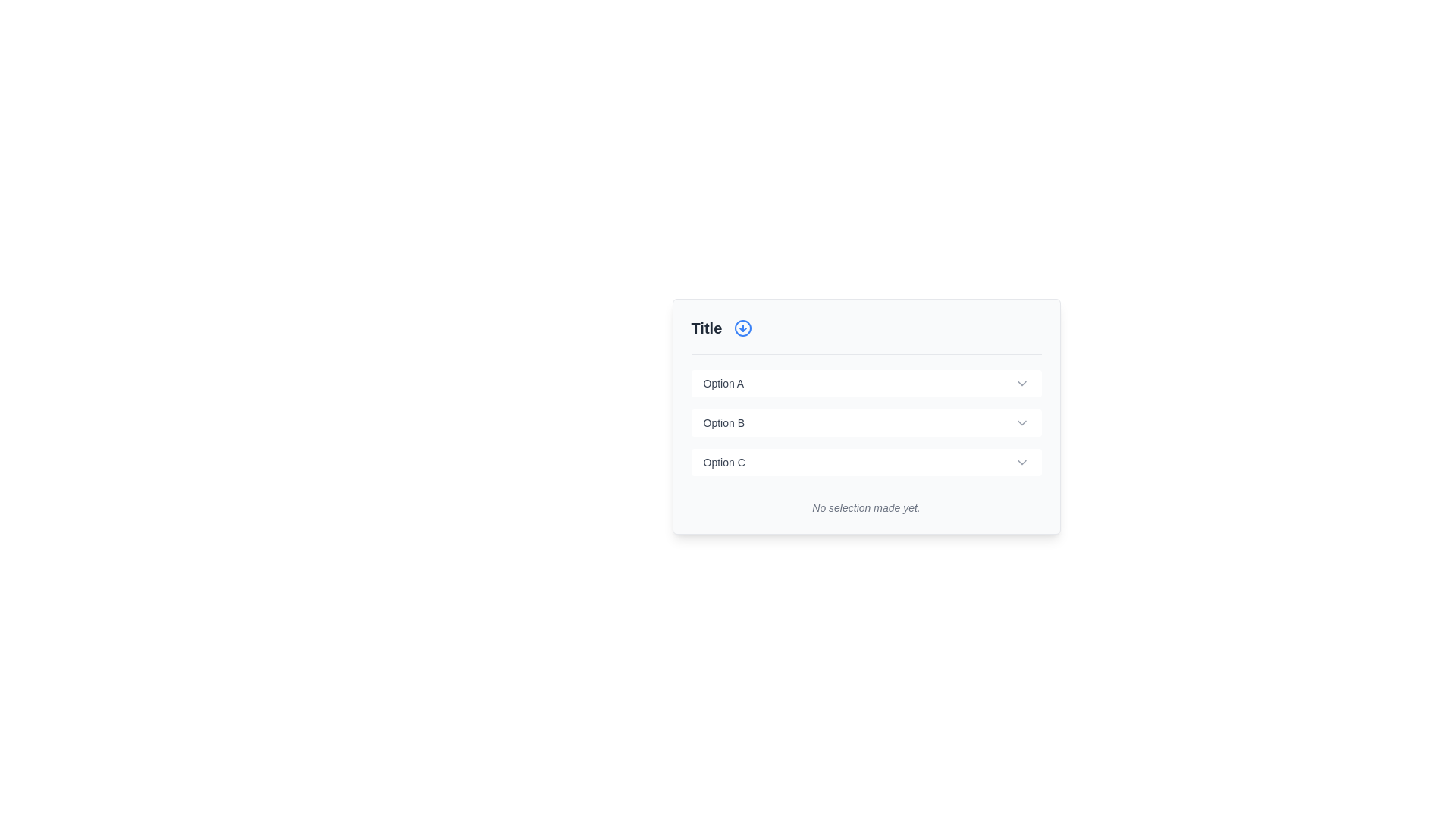 Image resolution: width=1456 pixels, height=819 pixels. What do you see at coordinates (866, 461) in the screenshot?
I see `the third item in the dropdown menu, labeled 'Option C'` at bounding box center [866, 461].